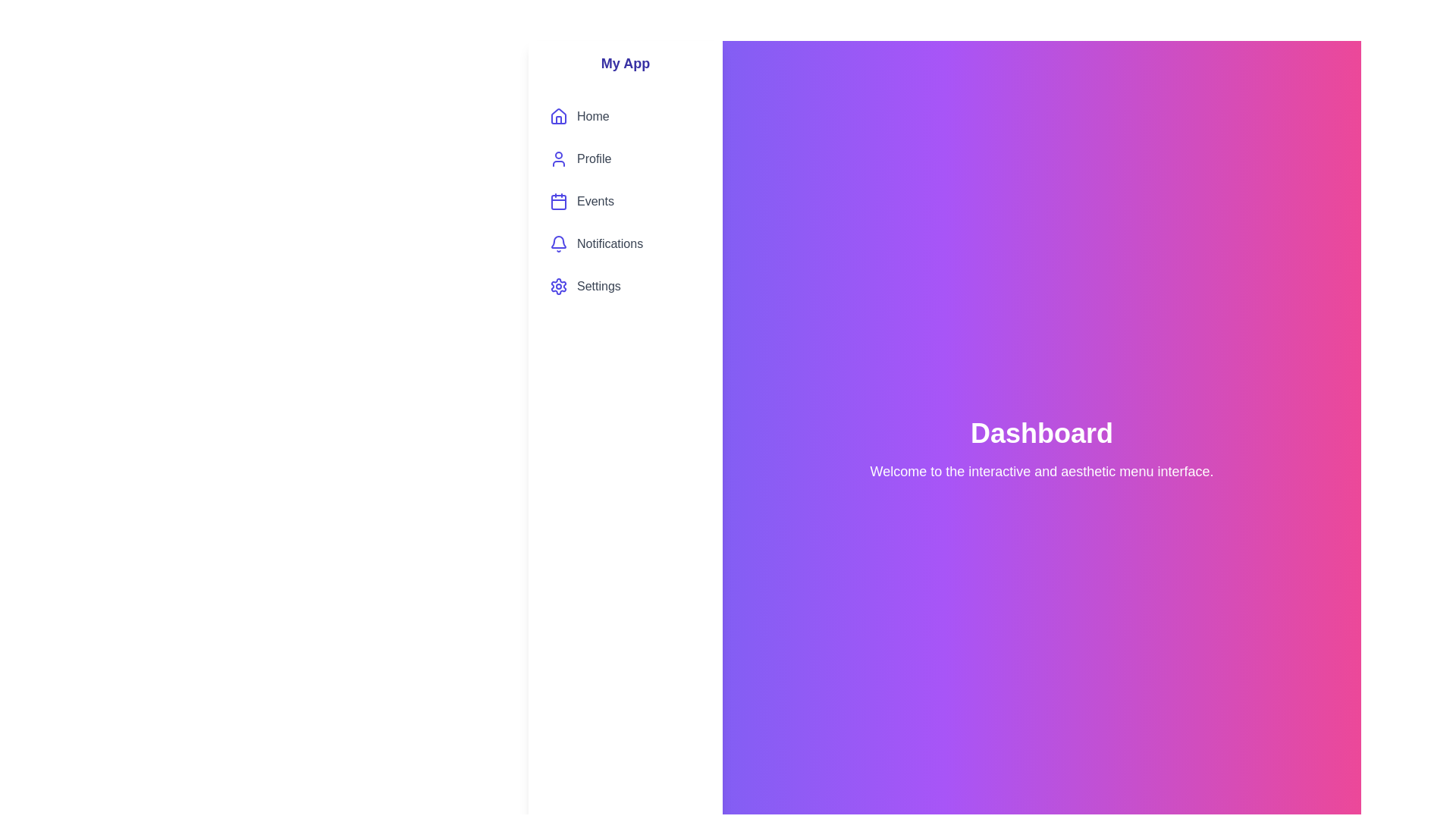 The height and width of the screenshot is (819, 1456). Describe the element at coordinates (626, 158) in the screenshot. I see `the menu item labeled Profile to navigate to the corresponding section` at that location.